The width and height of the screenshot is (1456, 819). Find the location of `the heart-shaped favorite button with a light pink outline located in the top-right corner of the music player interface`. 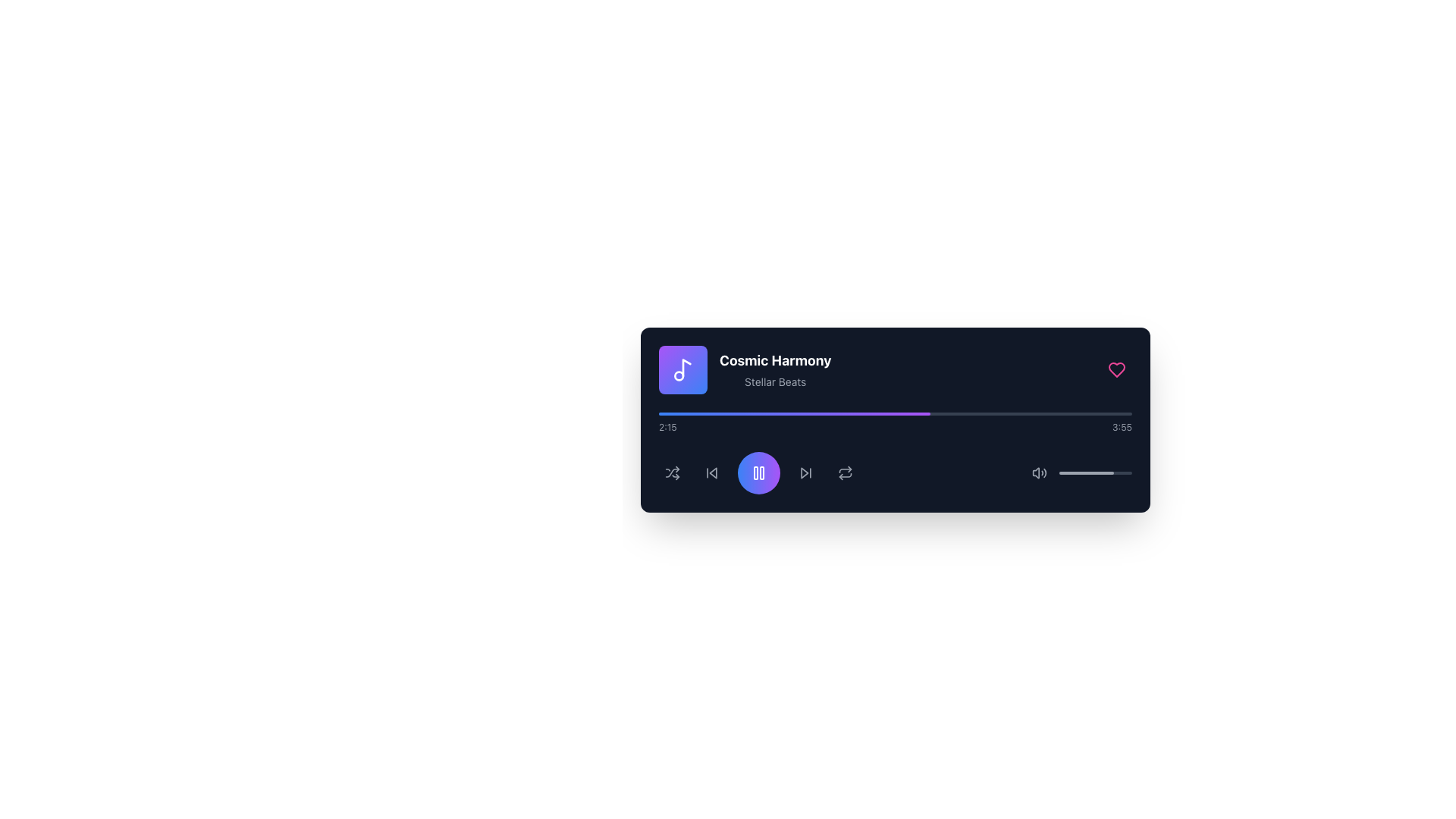

the heart-shaped favorite button with a light pink outline located in the top-right corner of the music player interface is located at coordinates (1117, 370).